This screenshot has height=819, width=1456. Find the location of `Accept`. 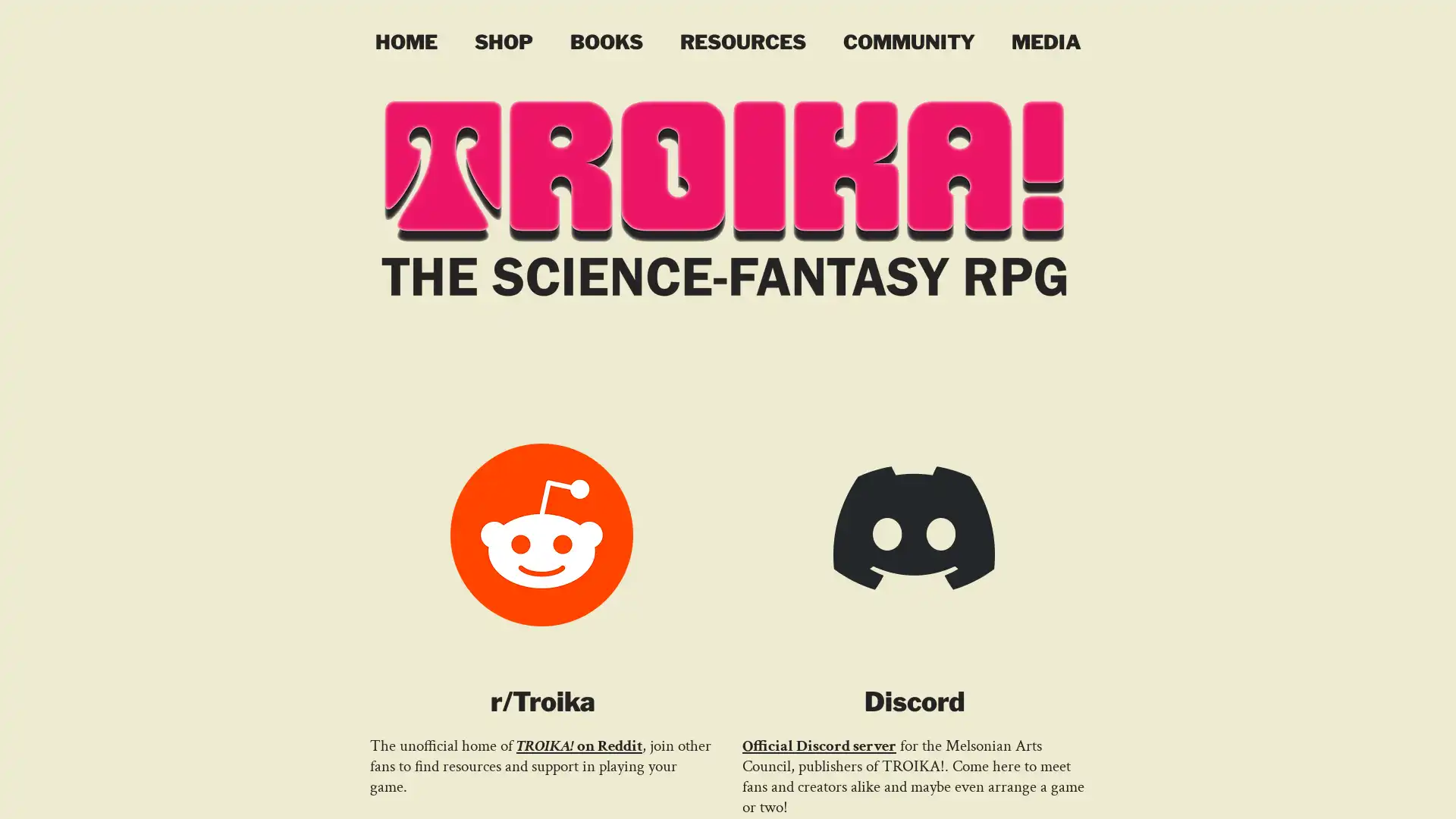

Accept is located at coordinates (1388, 792).